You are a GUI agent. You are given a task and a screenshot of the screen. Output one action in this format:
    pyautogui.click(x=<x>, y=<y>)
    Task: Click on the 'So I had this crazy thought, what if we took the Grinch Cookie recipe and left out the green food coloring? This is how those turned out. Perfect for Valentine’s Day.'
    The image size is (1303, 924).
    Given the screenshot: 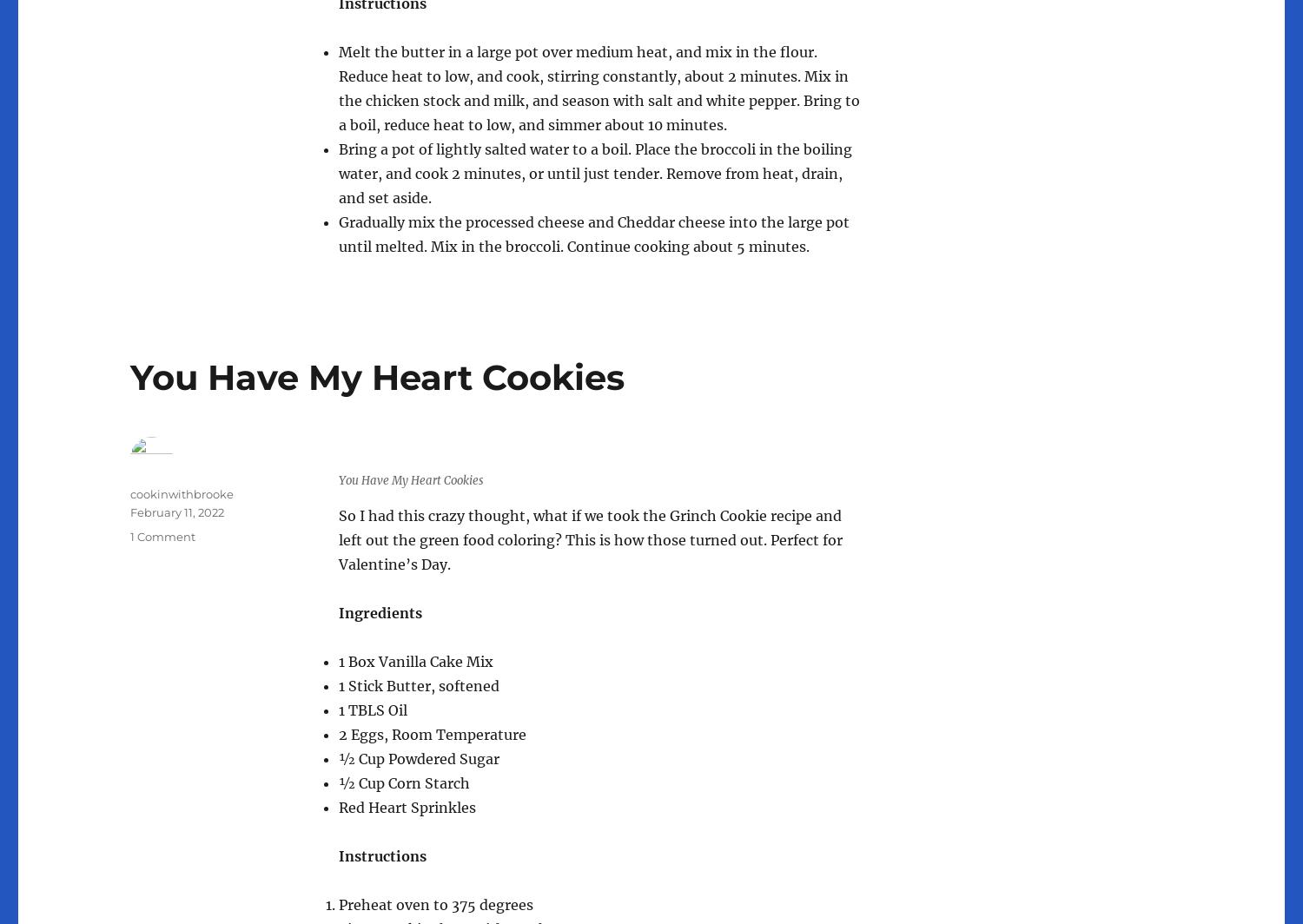 What is the action you would take?
    pyautogui.click(x=590, y=538)
    